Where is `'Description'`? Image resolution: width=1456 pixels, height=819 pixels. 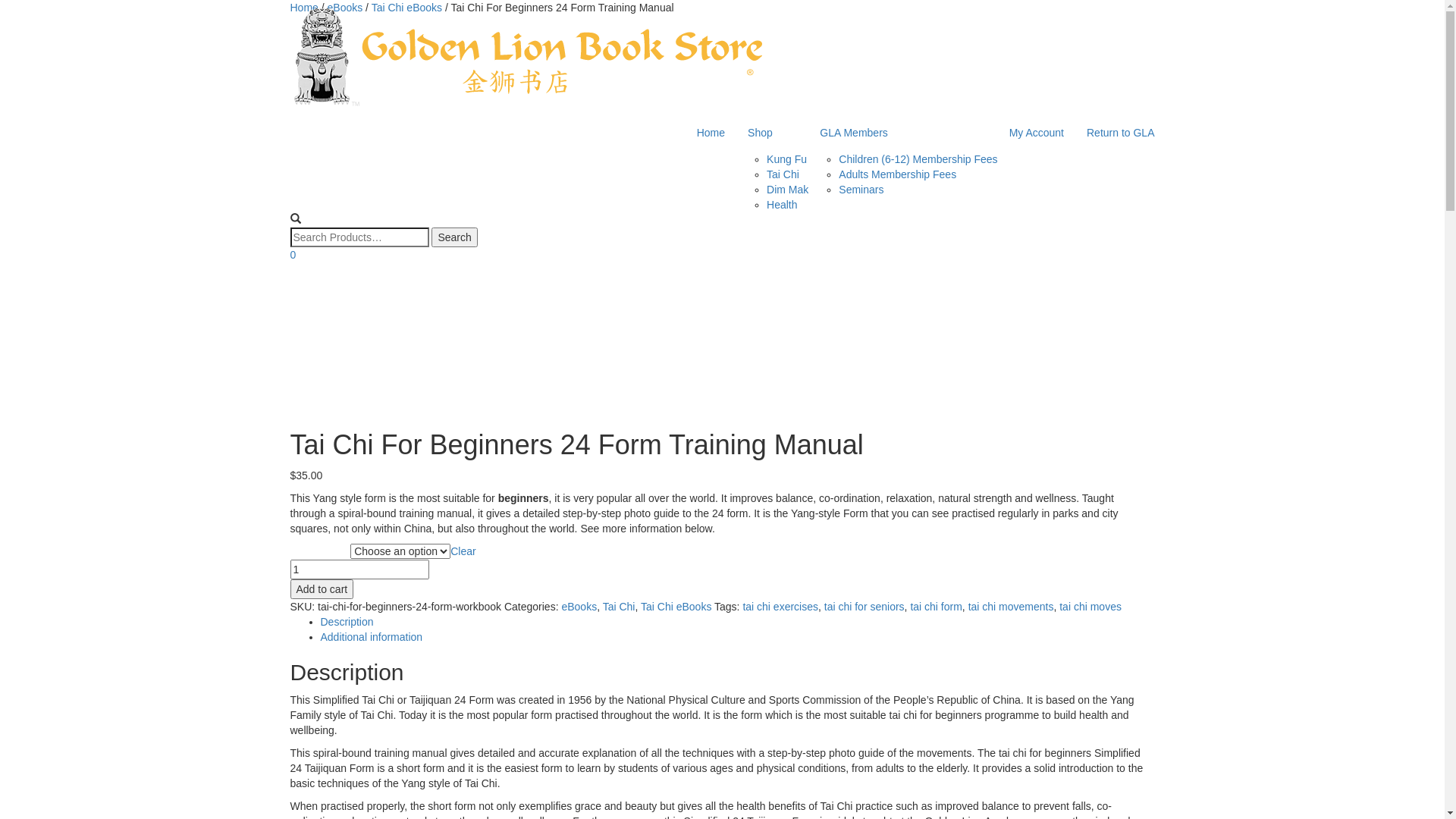
'Description' is located at coordinates (319, 622).